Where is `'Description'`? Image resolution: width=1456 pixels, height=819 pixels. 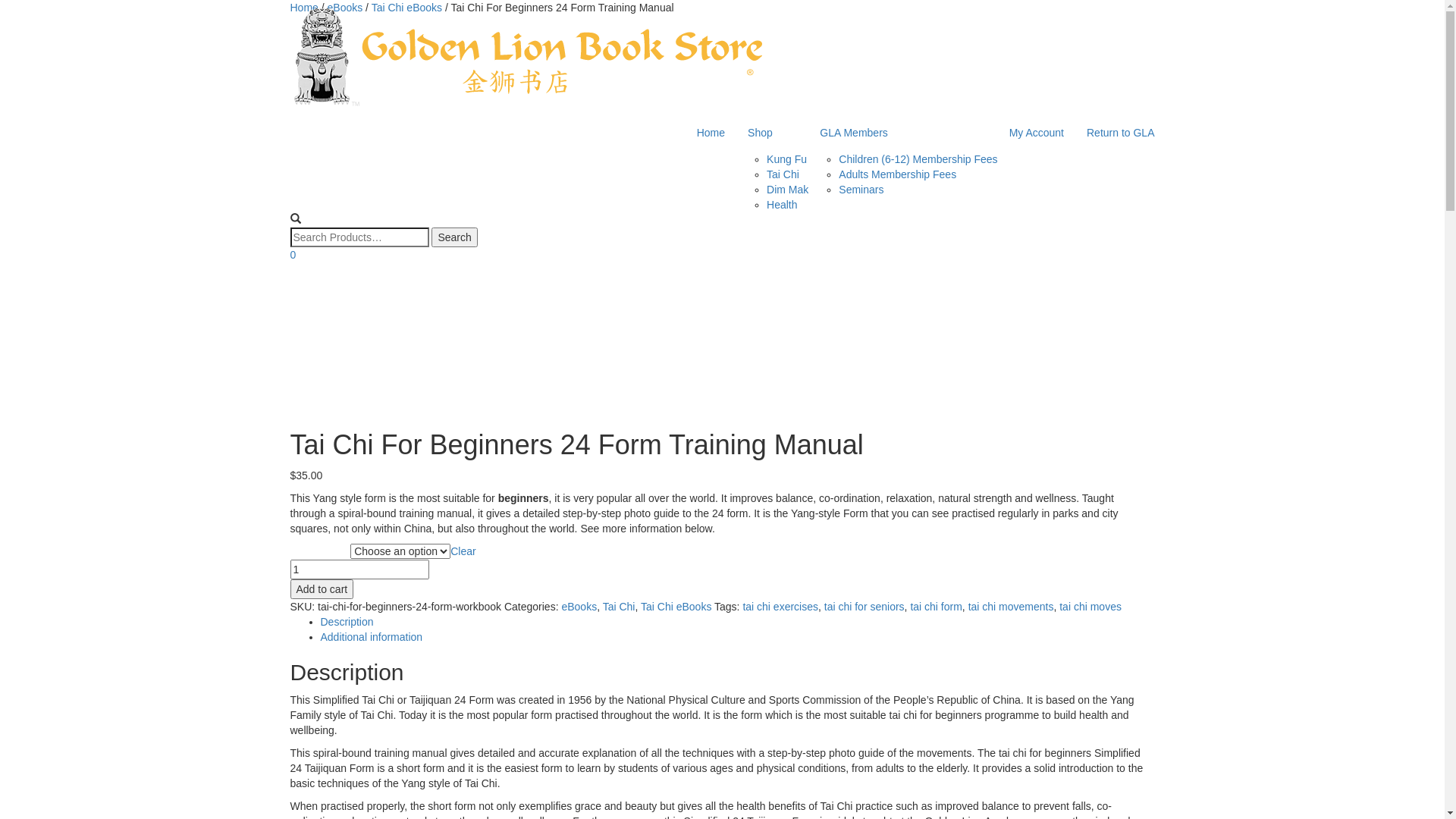
'Description' is located at coordinates (319, 622).